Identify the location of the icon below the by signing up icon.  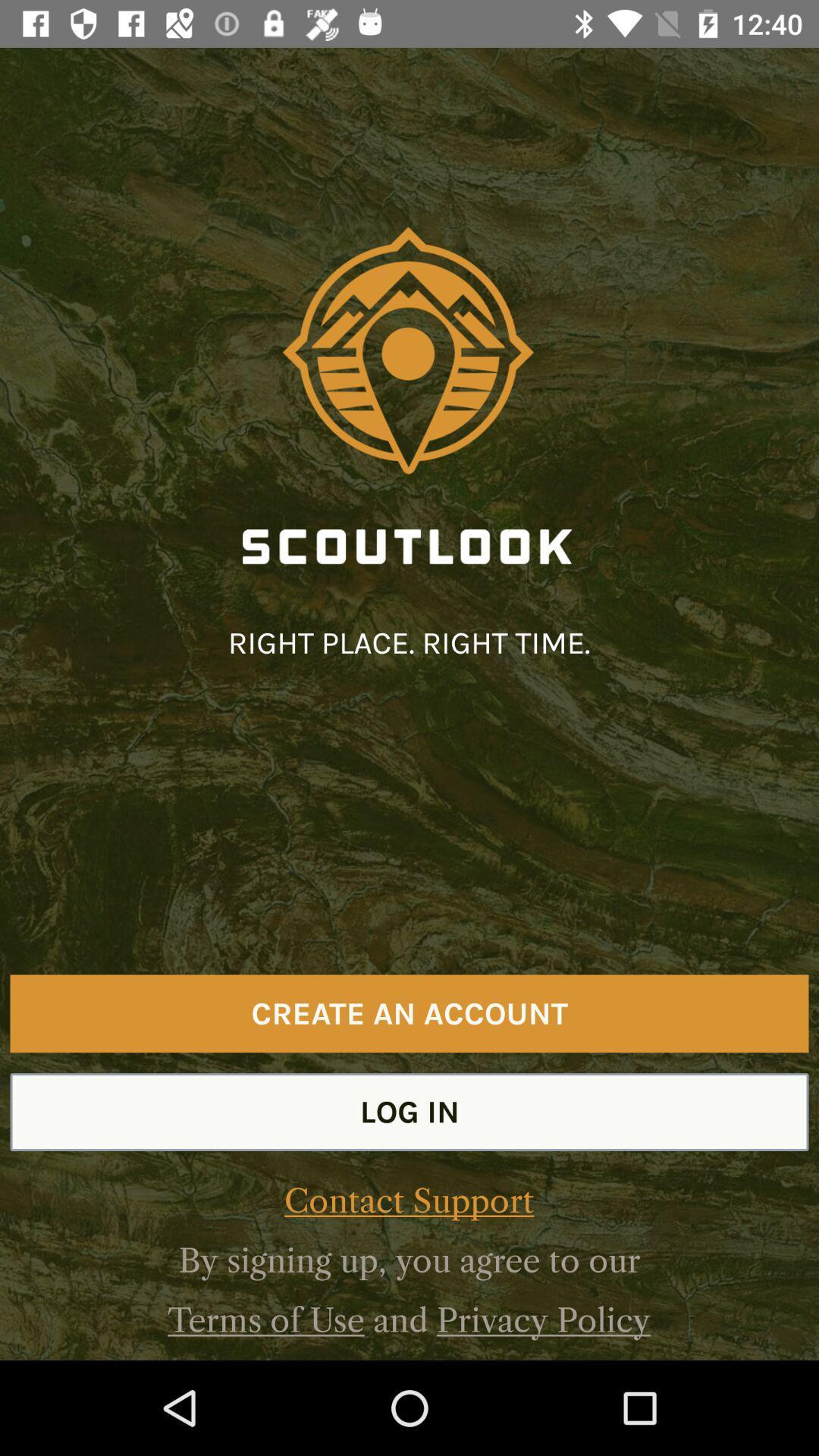
(265, 1319).